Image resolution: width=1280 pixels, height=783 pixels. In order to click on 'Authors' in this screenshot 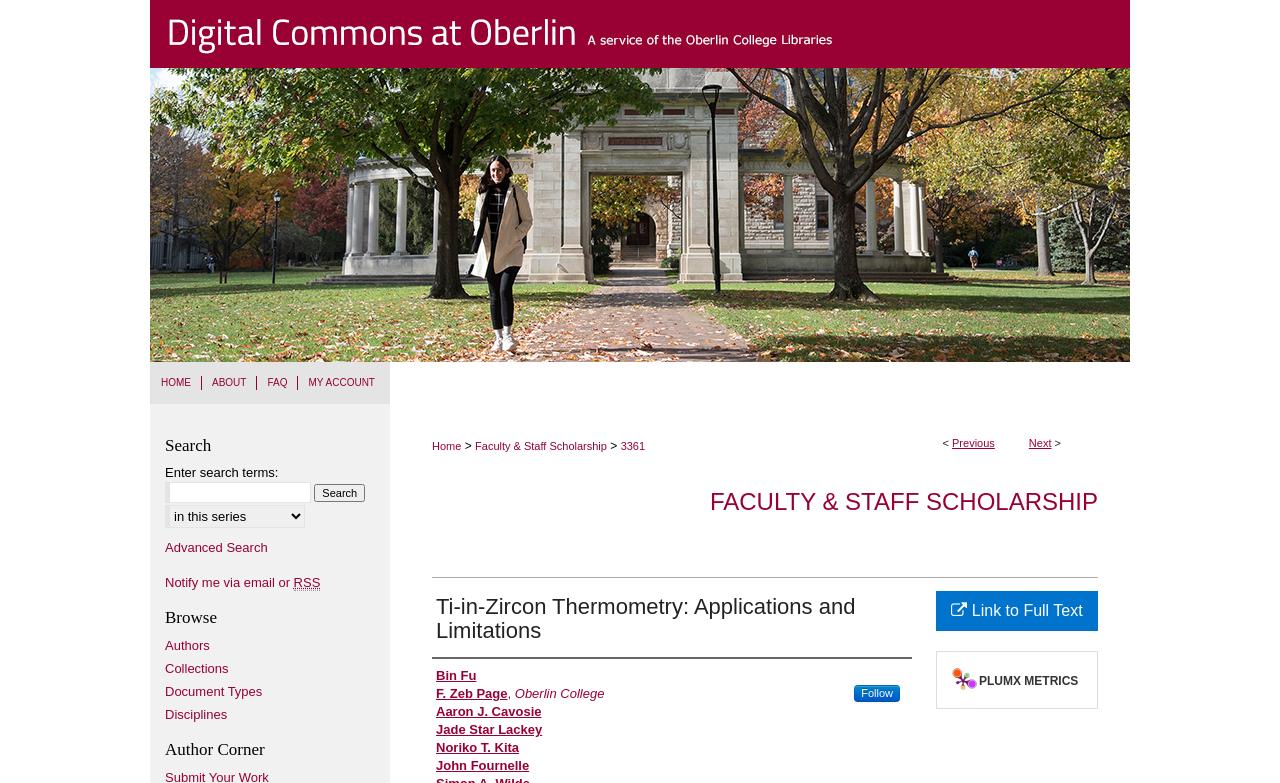, I will do `click(187, 643)`.